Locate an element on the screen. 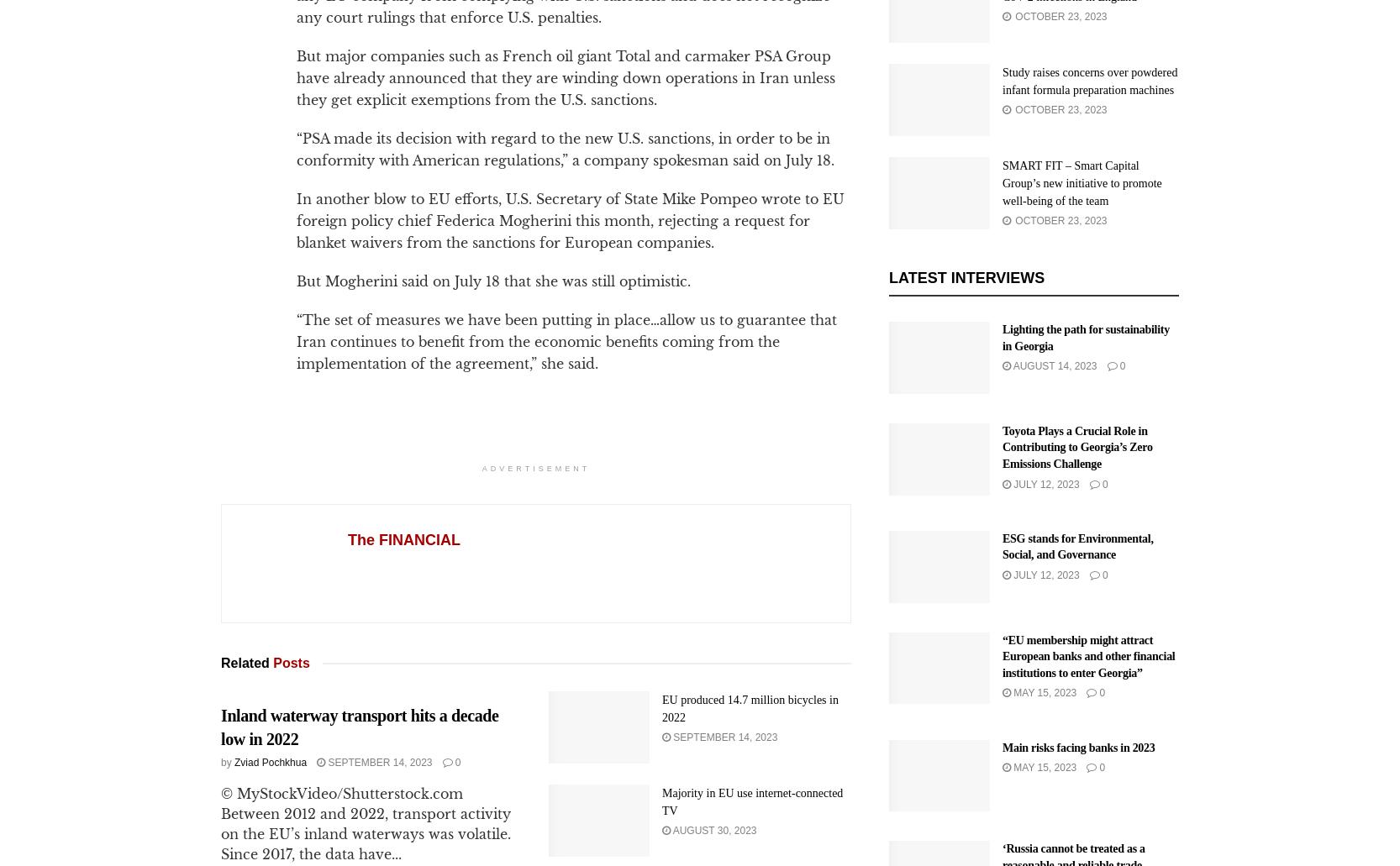  'LATEST INTERVIEWS' is located at coordinates (966, 276).